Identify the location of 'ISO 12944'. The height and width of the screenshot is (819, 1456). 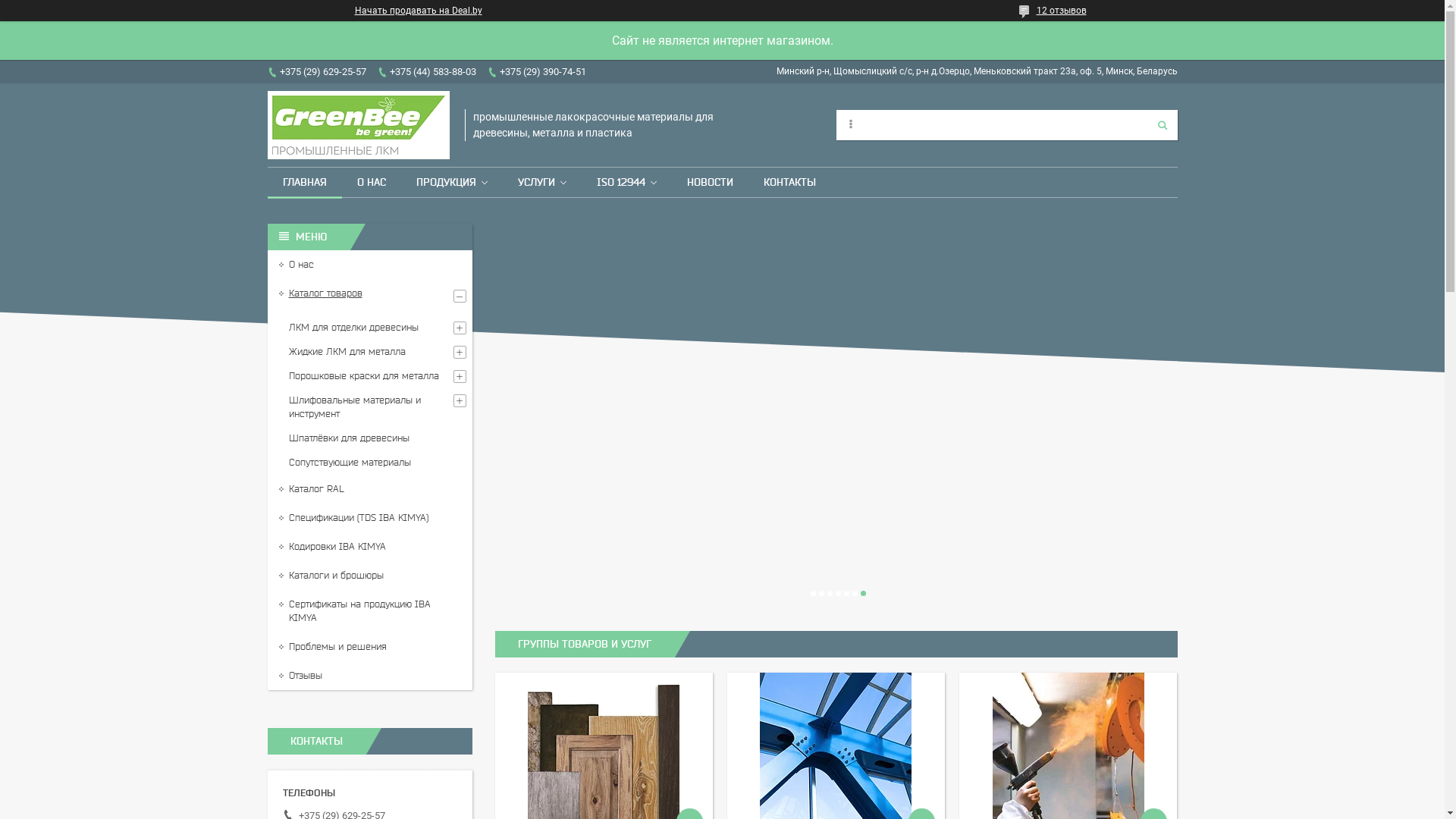
(620, 181).